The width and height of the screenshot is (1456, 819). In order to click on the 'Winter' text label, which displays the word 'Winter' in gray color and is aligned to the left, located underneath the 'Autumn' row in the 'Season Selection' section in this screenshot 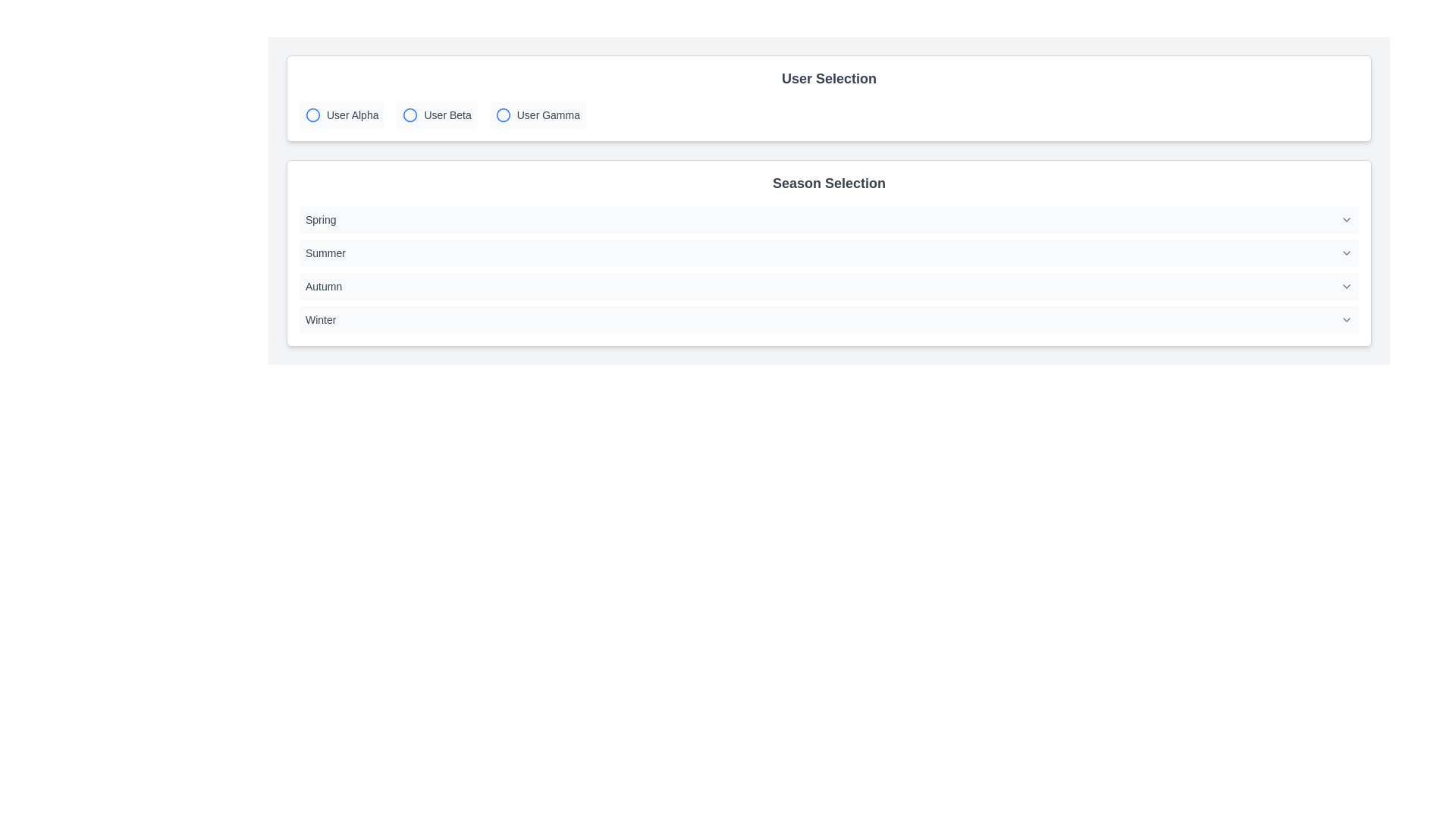, I will do `click(320, 318)`.